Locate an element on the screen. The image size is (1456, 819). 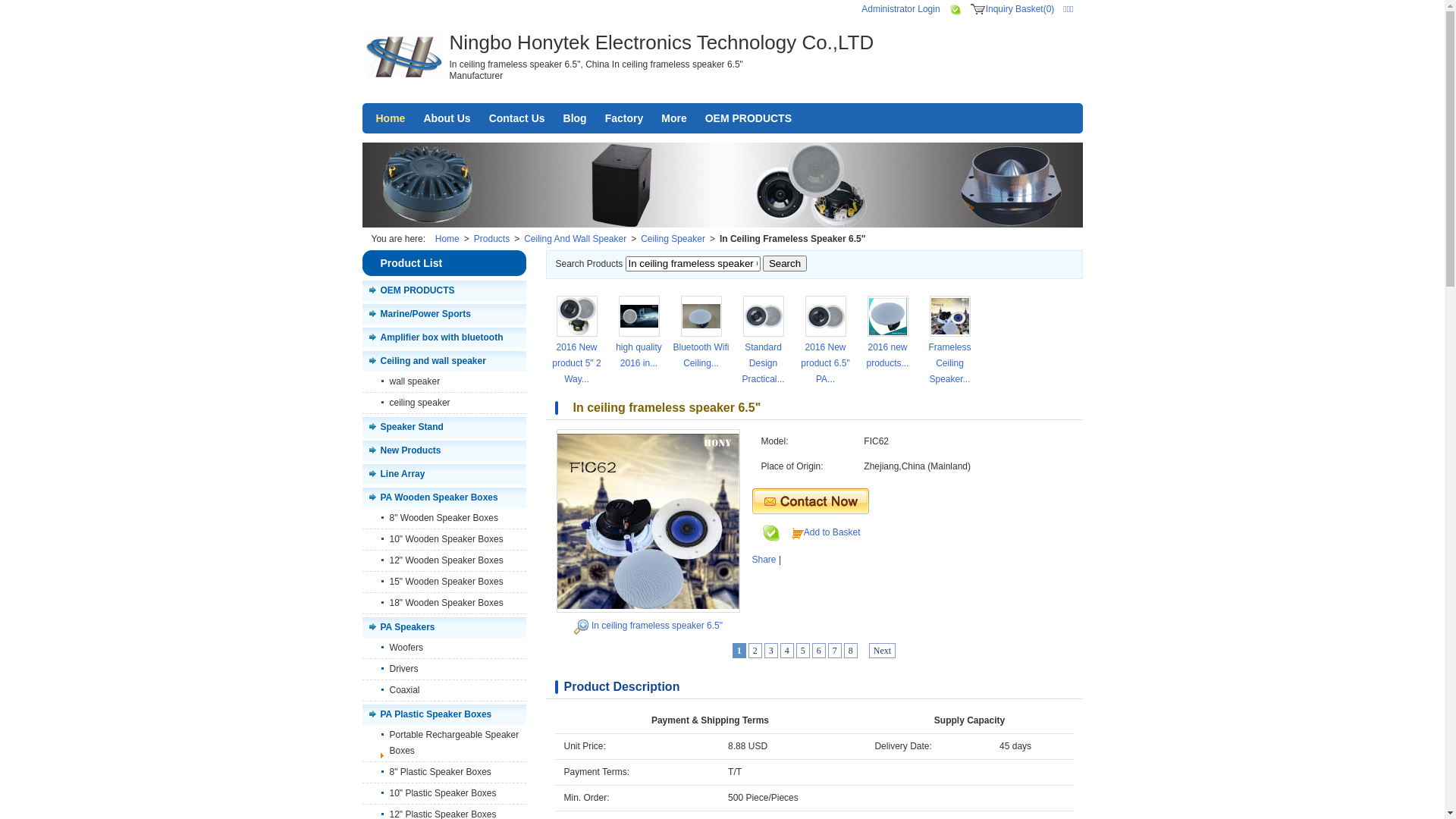
'8" Wooden Speaker Boxes' is located at coordinates (443, 517).